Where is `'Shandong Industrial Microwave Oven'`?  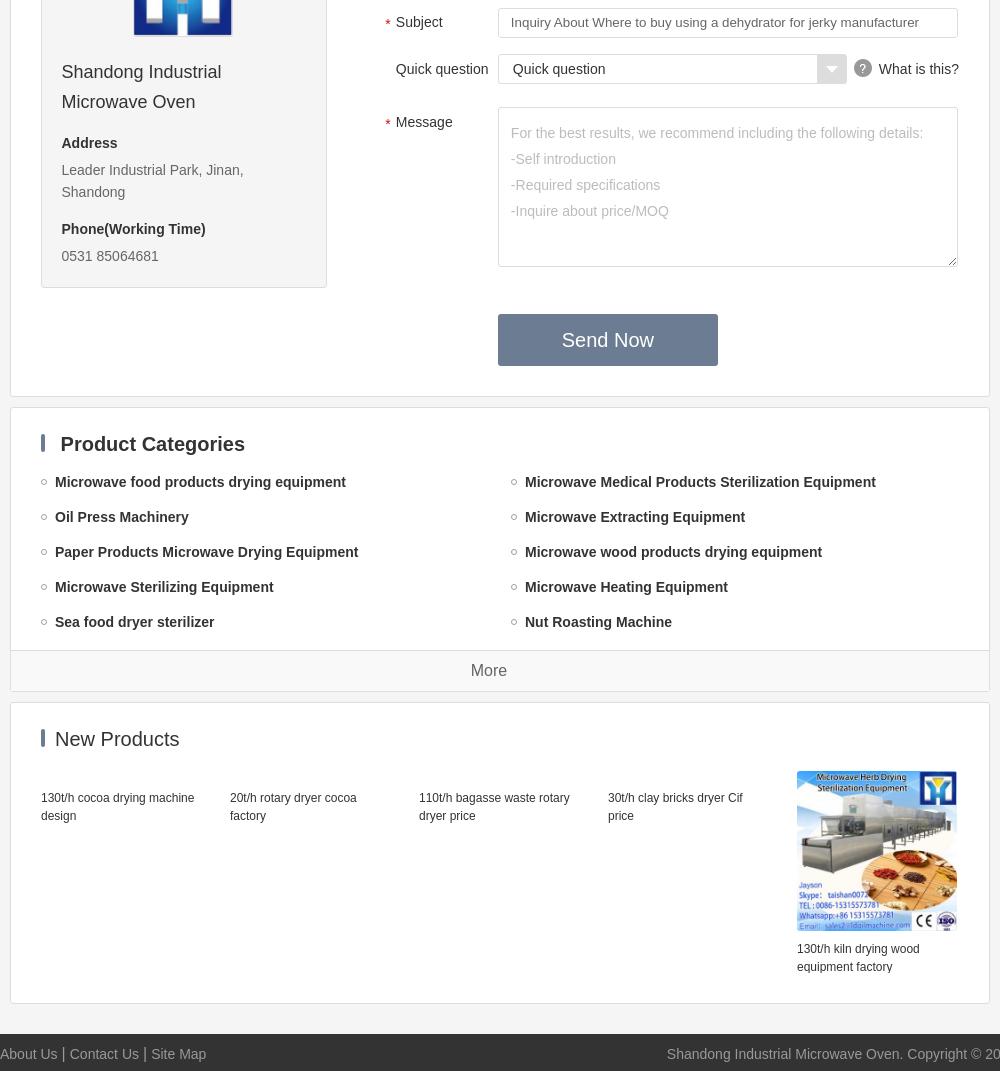
'Shandong Industrial Microwave Oven' is located at coordinates (141, 86).